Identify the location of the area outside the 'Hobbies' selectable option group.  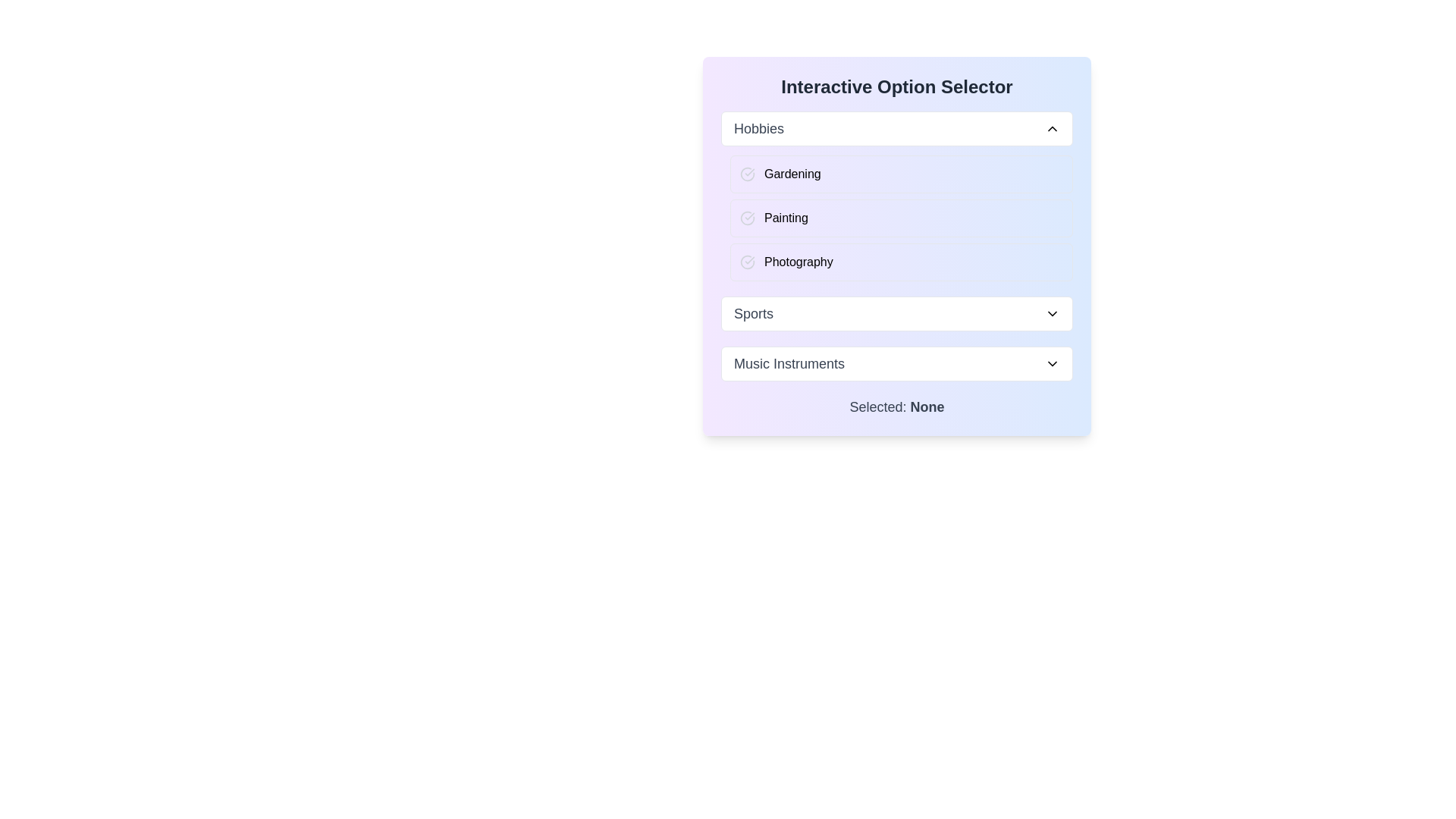
(896, 195).